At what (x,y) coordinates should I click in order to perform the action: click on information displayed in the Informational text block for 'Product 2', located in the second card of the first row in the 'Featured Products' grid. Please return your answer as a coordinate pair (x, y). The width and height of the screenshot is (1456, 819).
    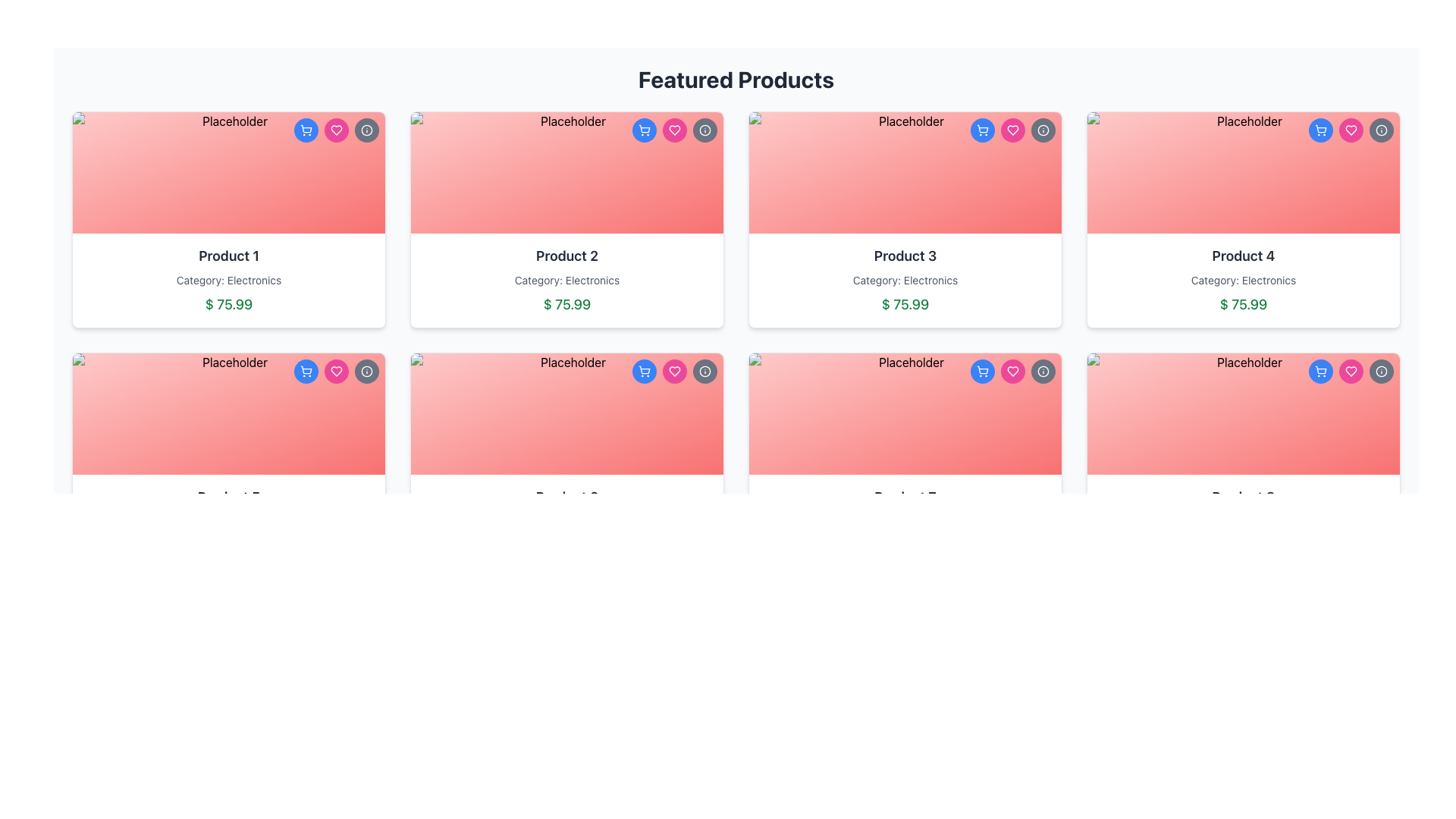
    Looking at the image, I should click on (566, 281).